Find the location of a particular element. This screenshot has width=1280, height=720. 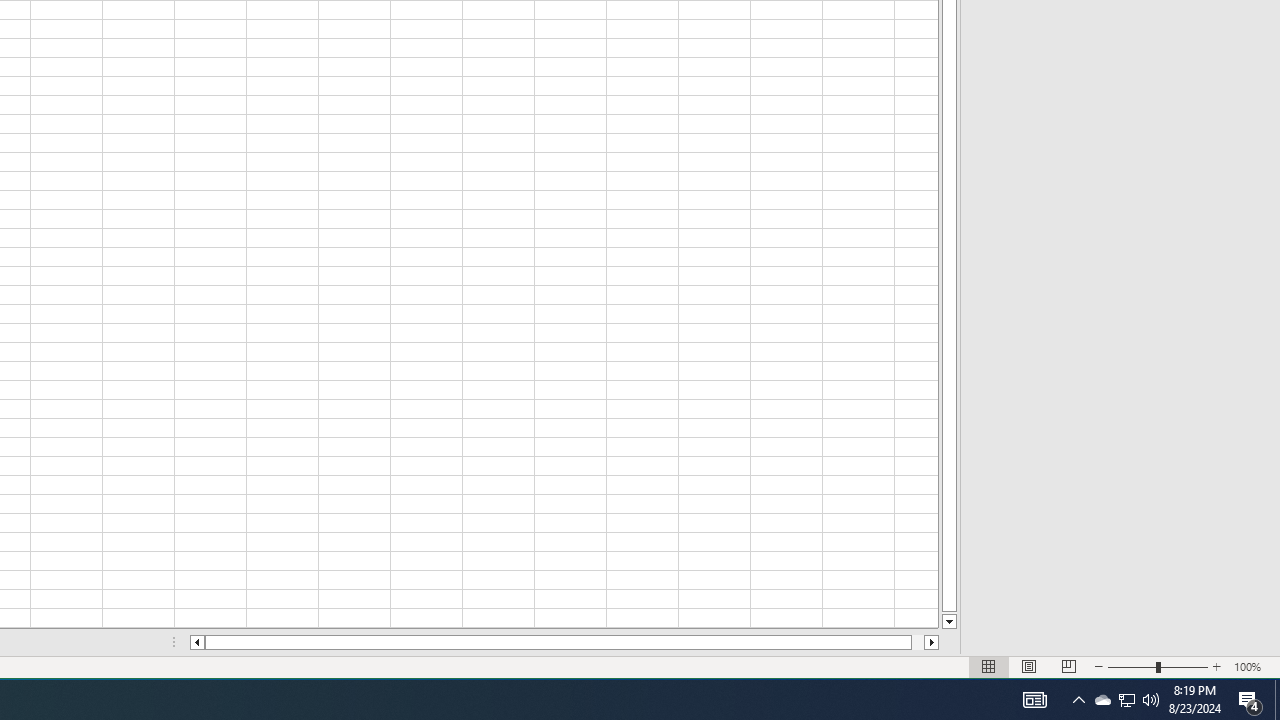

'Line down' is located at coordinates (948, 621).